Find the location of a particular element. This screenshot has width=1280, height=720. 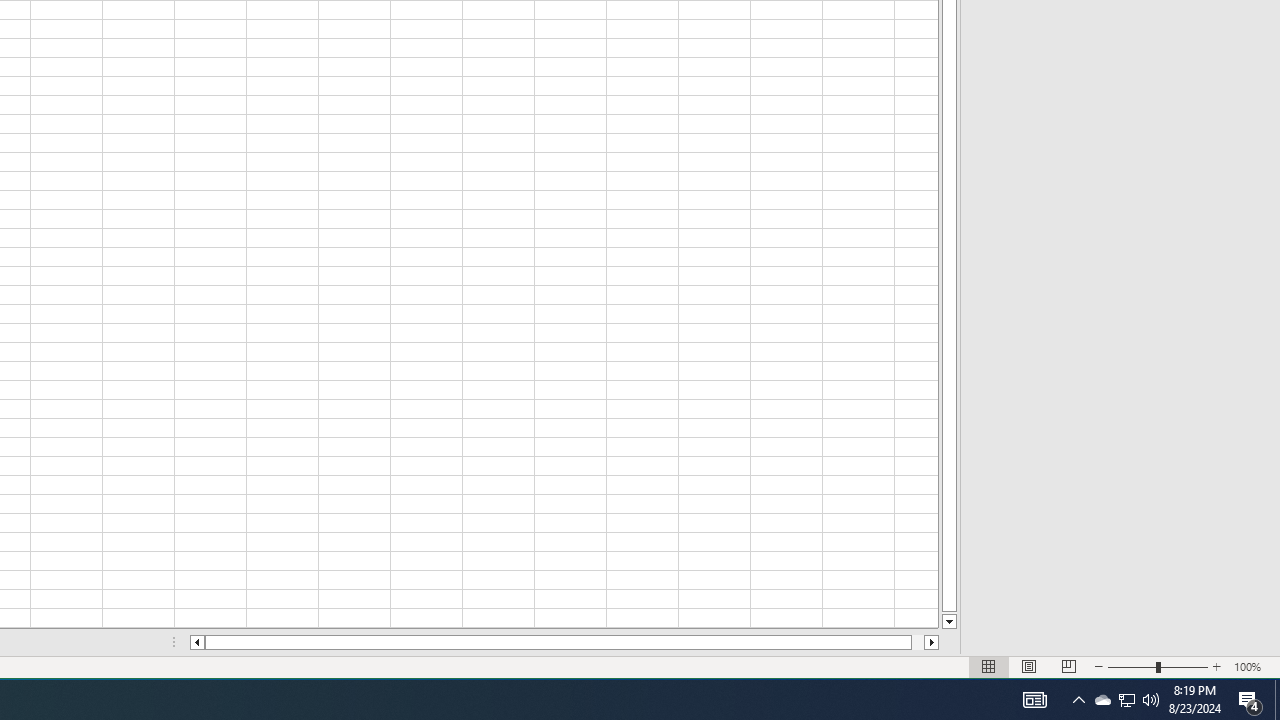

'Line down' is located at coordinates (948, 621).